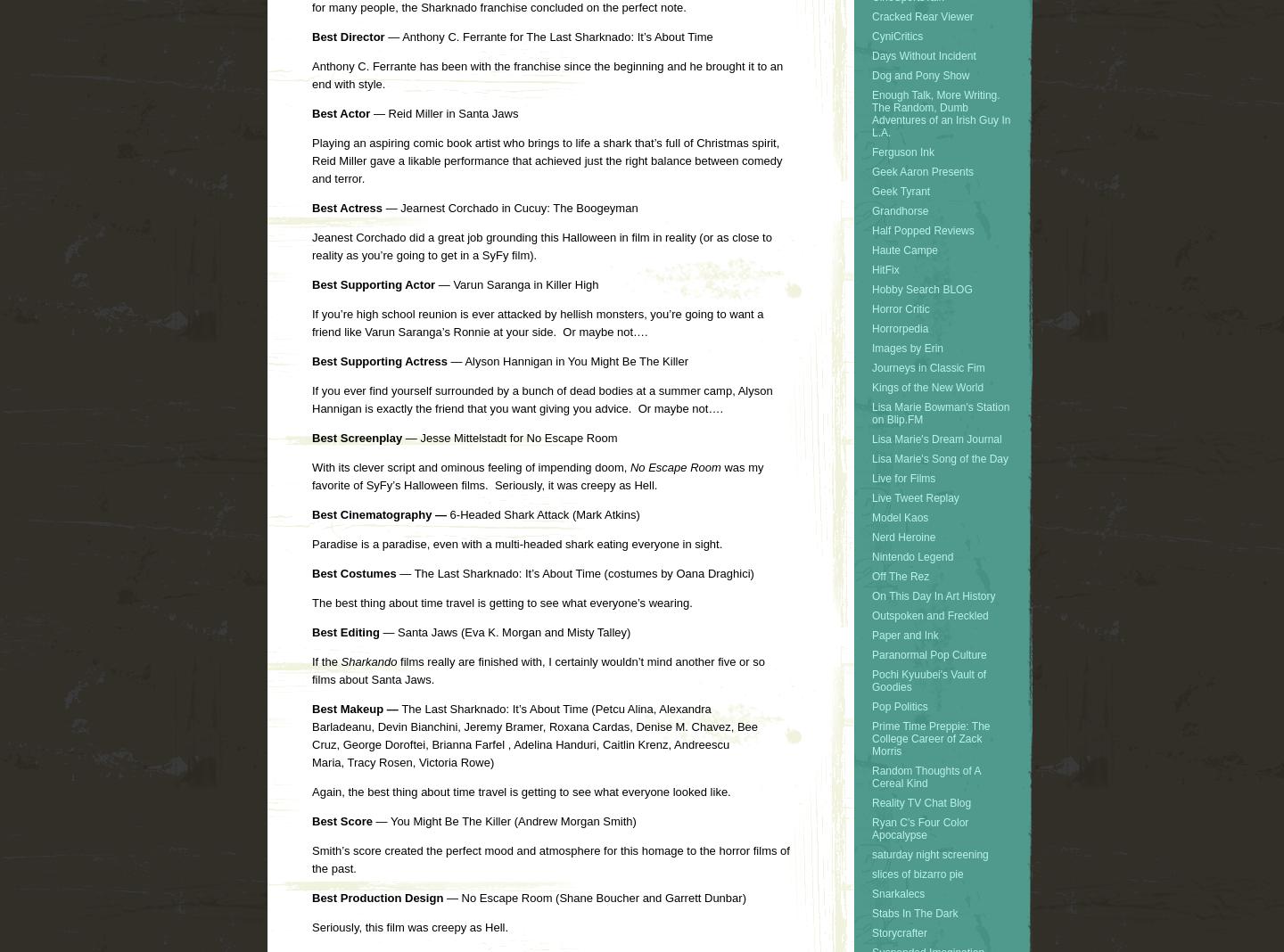  Describe the element at coordinates (383, 35) in the screenshot. I see `'— Anthony C. Ferrante for The Last Sharknado: It’s About Time'` at that location.